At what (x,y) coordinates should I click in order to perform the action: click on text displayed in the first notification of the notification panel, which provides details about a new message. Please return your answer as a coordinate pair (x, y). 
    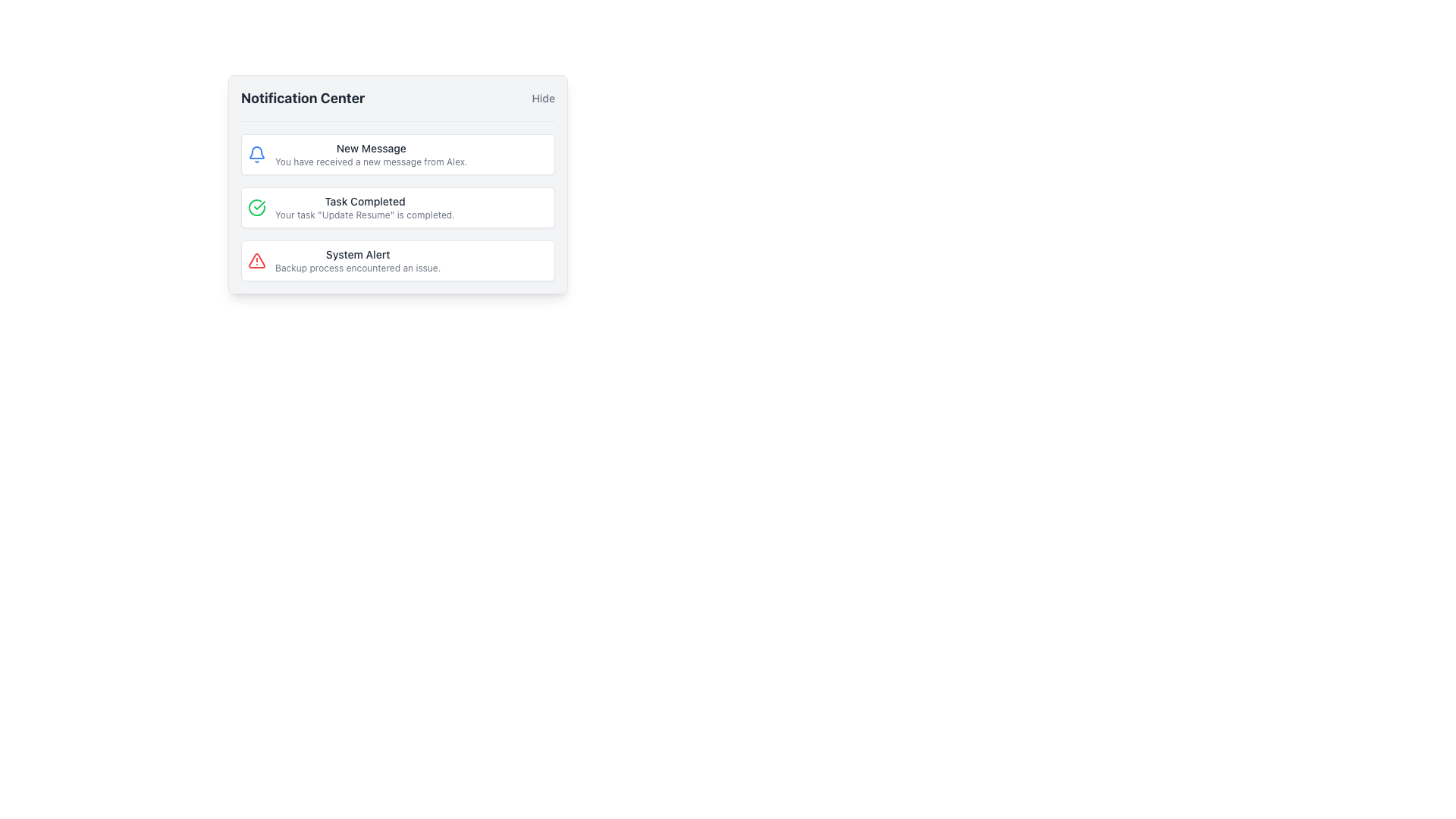
    Looking at the image, I should click on (371, 155).